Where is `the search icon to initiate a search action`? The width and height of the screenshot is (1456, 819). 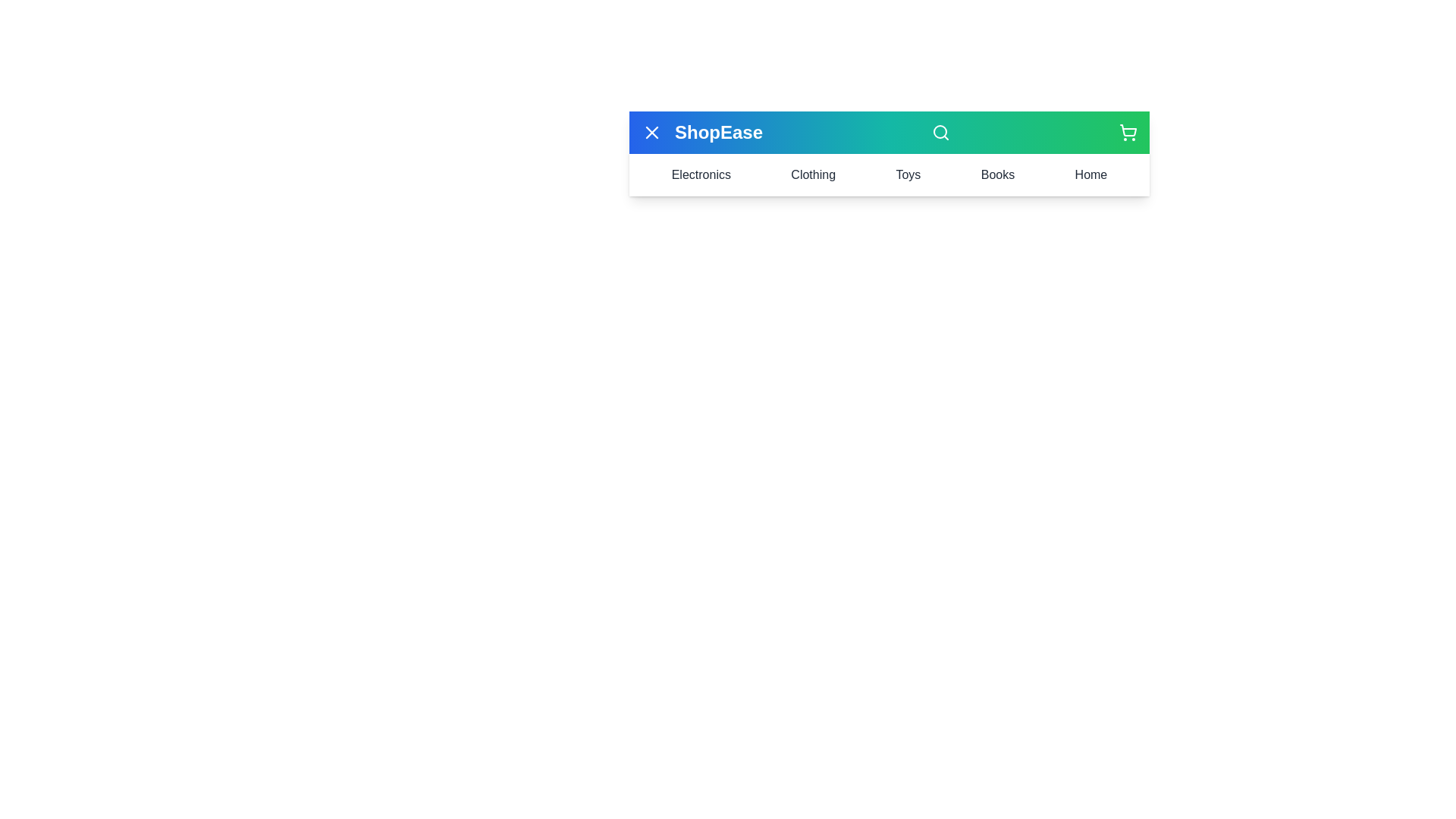
the search icon to initiate a search action is located at coordinates (940, 131).